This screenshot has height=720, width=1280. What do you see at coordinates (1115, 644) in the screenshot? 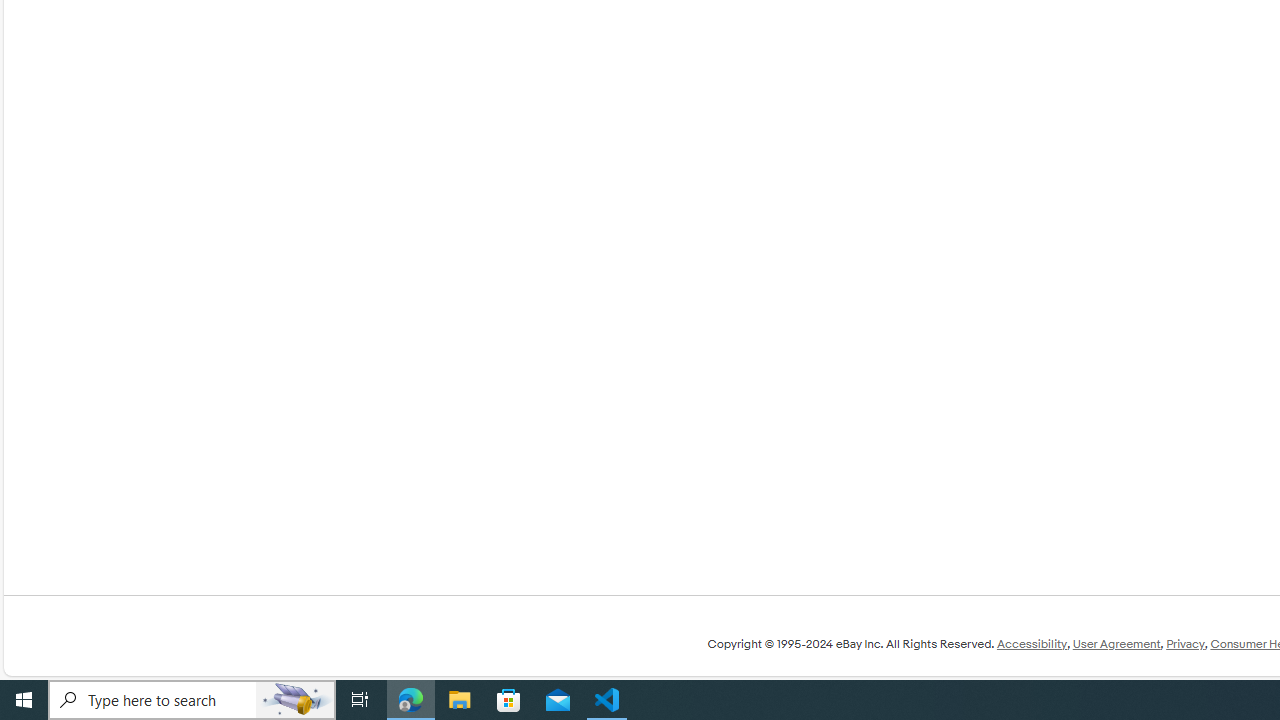
I see `'User Agreement'` at bounding box center [1115, 644].